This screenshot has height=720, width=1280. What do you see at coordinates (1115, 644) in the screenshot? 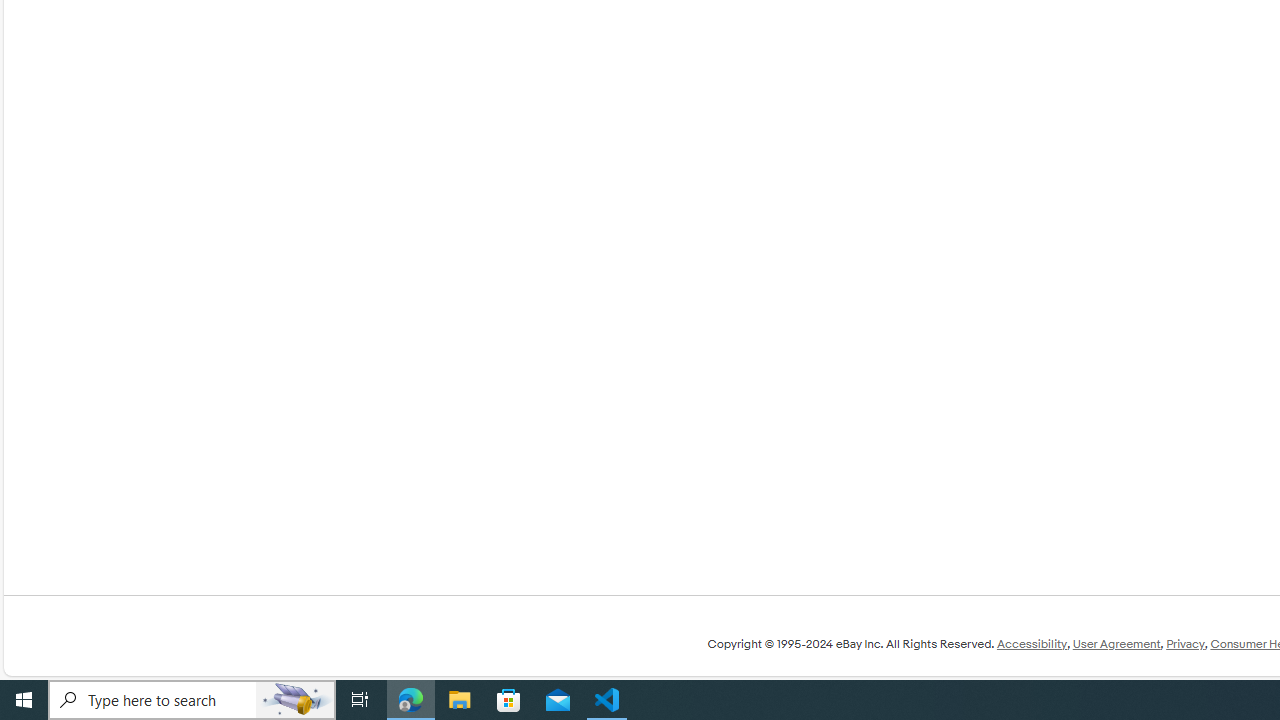
I see `'User Agreement'` at bounding box center [1115, 644].